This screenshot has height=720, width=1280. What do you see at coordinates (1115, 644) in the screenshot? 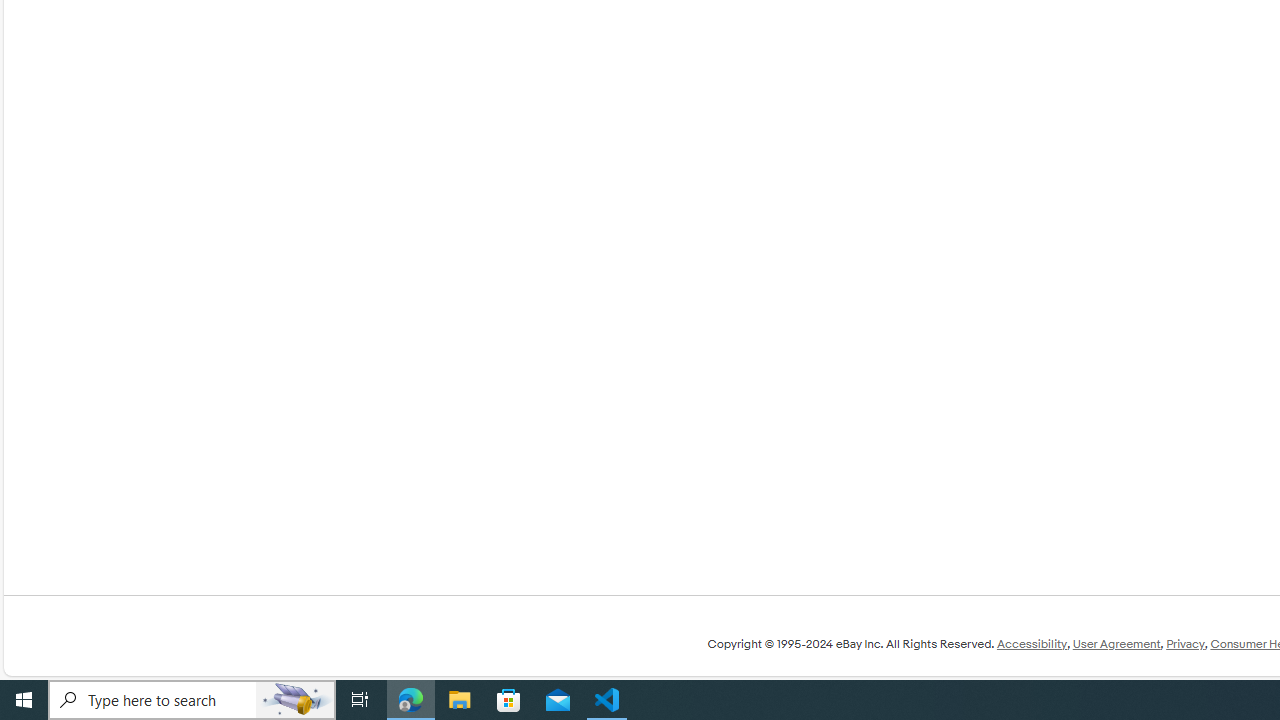
I see `'User Agreement'` at bounding box center [1115, 644].